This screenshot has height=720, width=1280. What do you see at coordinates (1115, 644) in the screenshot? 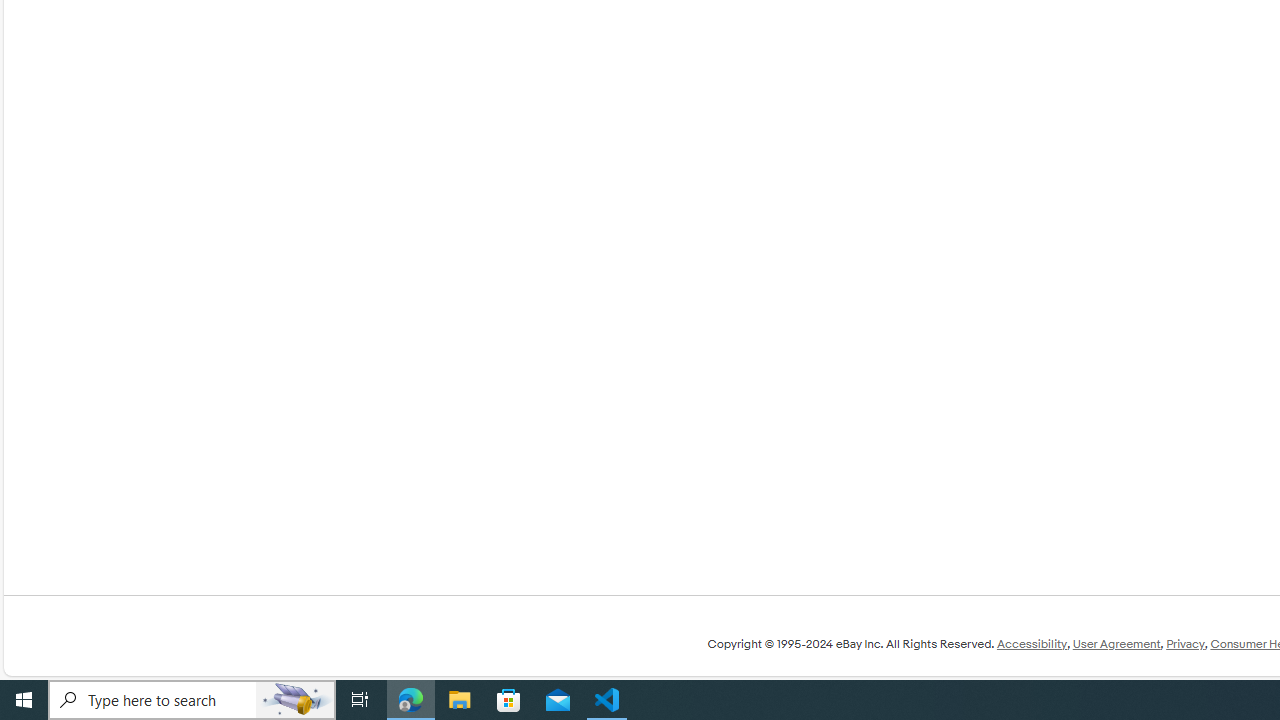
I see `'User Agreement'` at bounding box center [1115, 644].